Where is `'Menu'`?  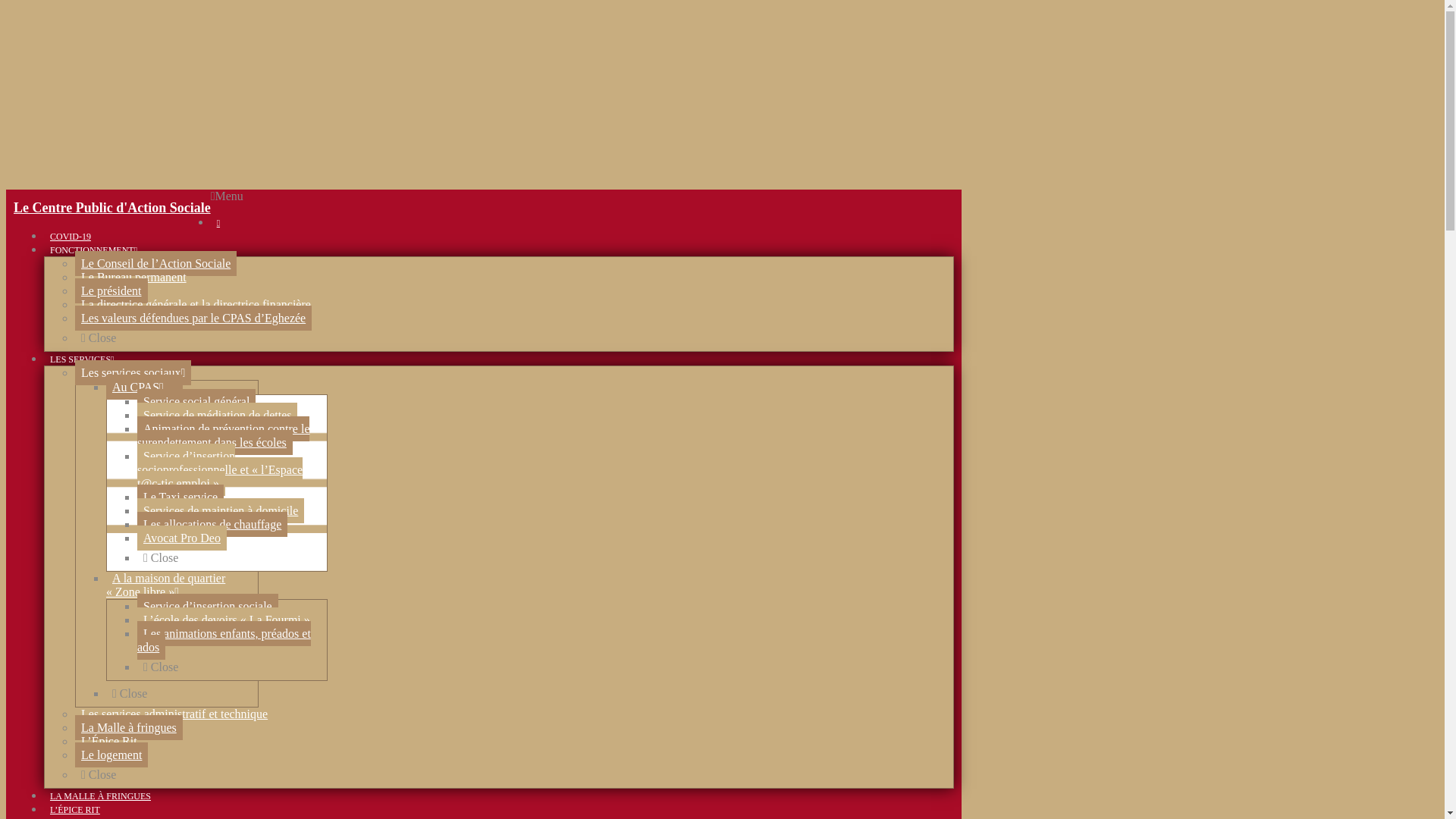
'Menu' is located at coordinates (226, 195).